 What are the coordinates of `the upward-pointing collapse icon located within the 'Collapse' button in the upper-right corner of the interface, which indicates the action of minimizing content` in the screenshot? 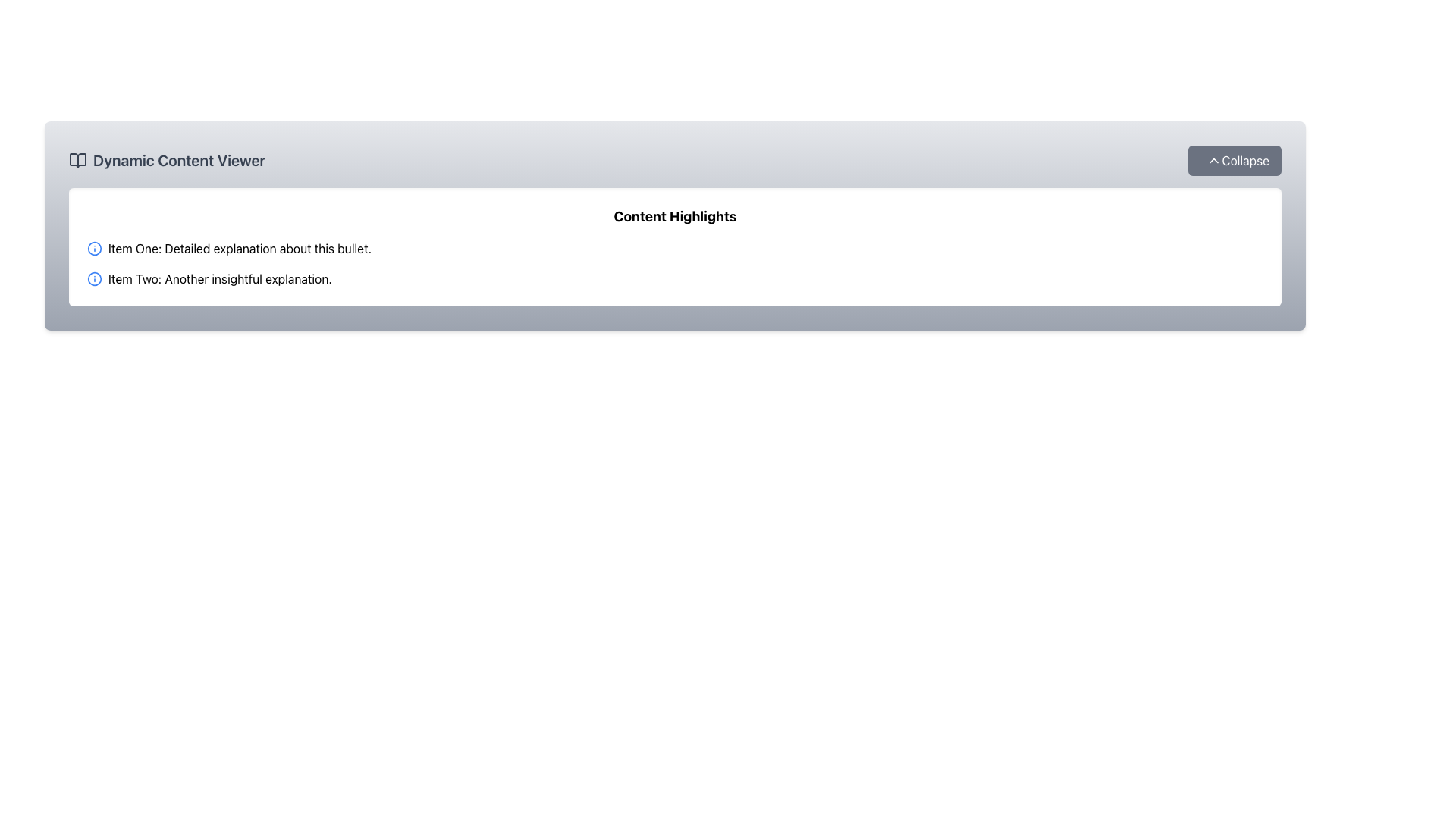 It's located at (1214, 161).